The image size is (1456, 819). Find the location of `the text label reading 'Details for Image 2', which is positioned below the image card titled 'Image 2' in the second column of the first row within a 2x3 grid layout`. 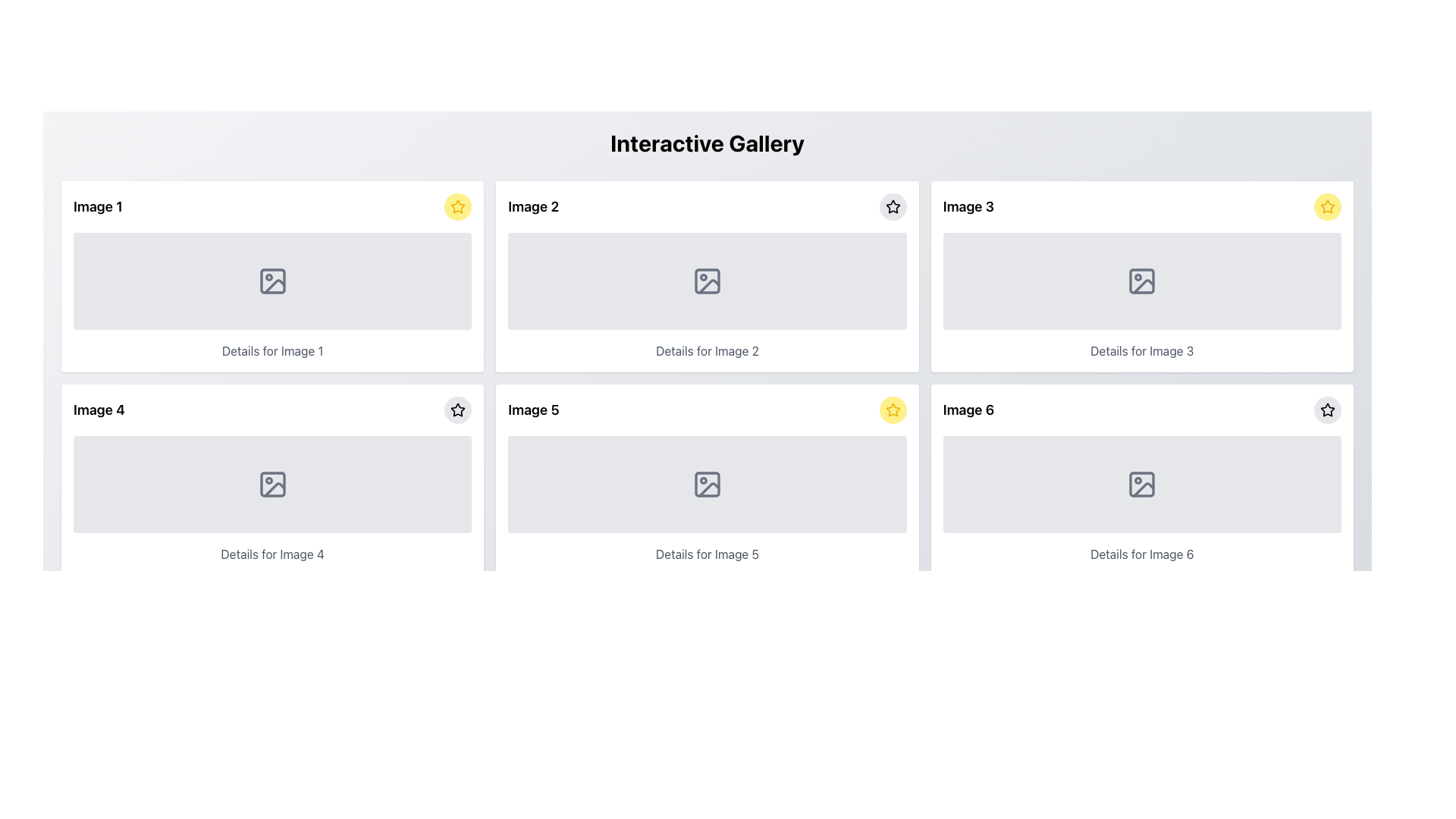

the text label reading 'Details for Image 2', which is positioned below the image card titled 'Image 2' in the second column of the first row within a 2x3 grid layout is located at coordinates (706, 350).